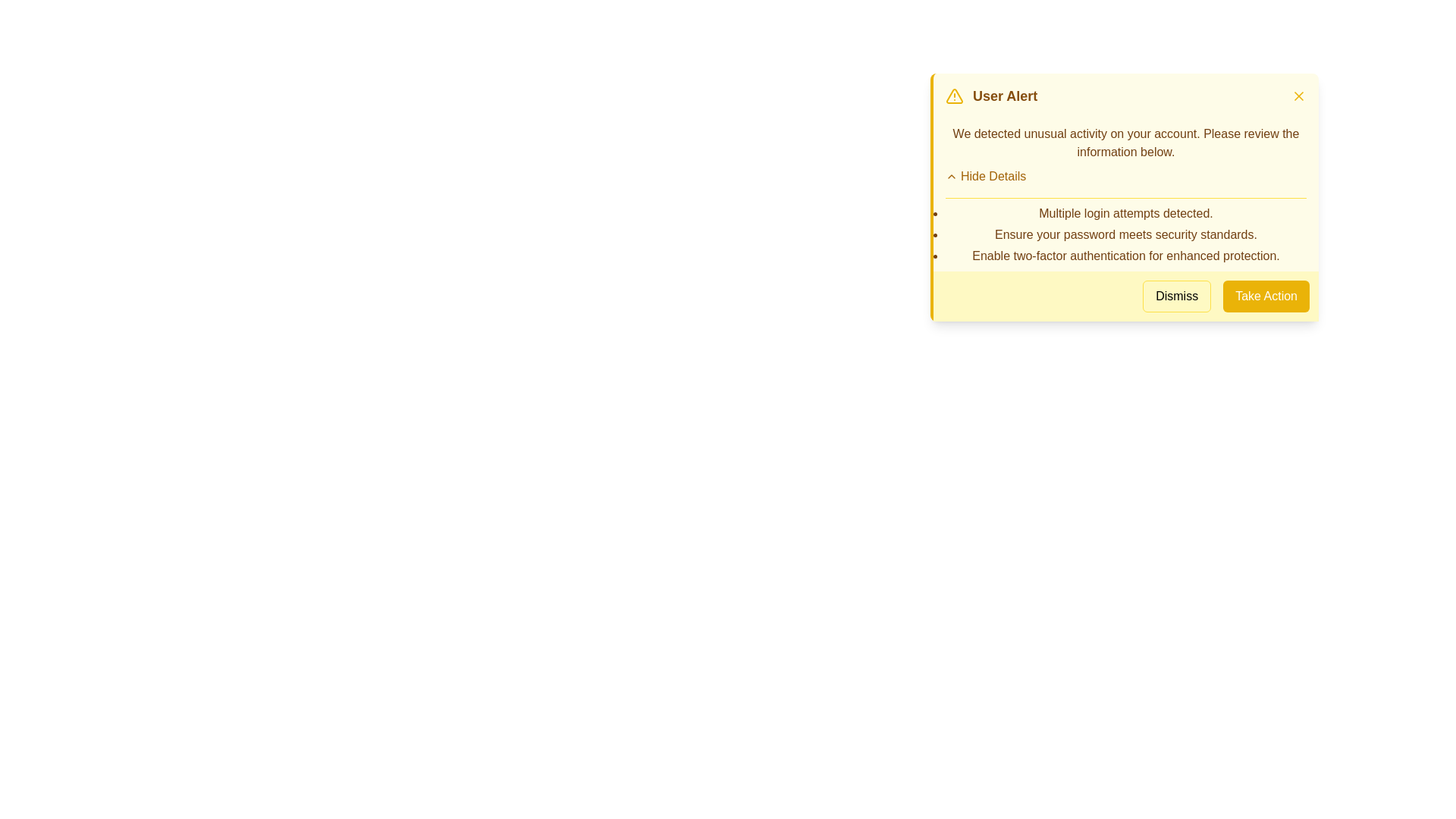 The height and width of the screenshot is (819, 1456). What do you see at coordinates (986, 175) in the screenshot?
I see `the 'Hide Details' interactive text with an icon styled in yellow` at bounding box center [986, 175].